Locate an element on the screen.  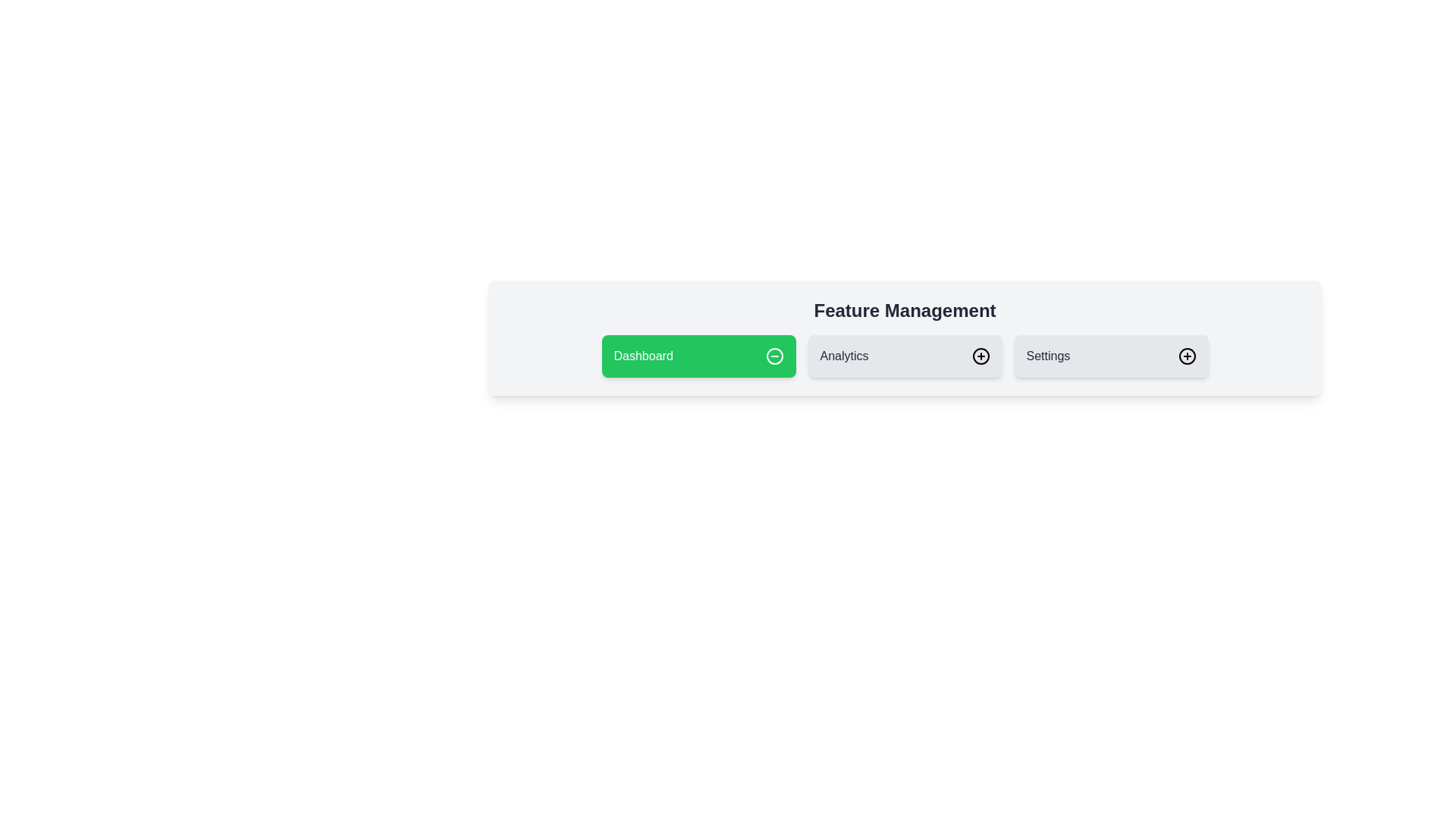
the circular minus icon within the green 'Dashboard' button is located at coordinates (774, 356).